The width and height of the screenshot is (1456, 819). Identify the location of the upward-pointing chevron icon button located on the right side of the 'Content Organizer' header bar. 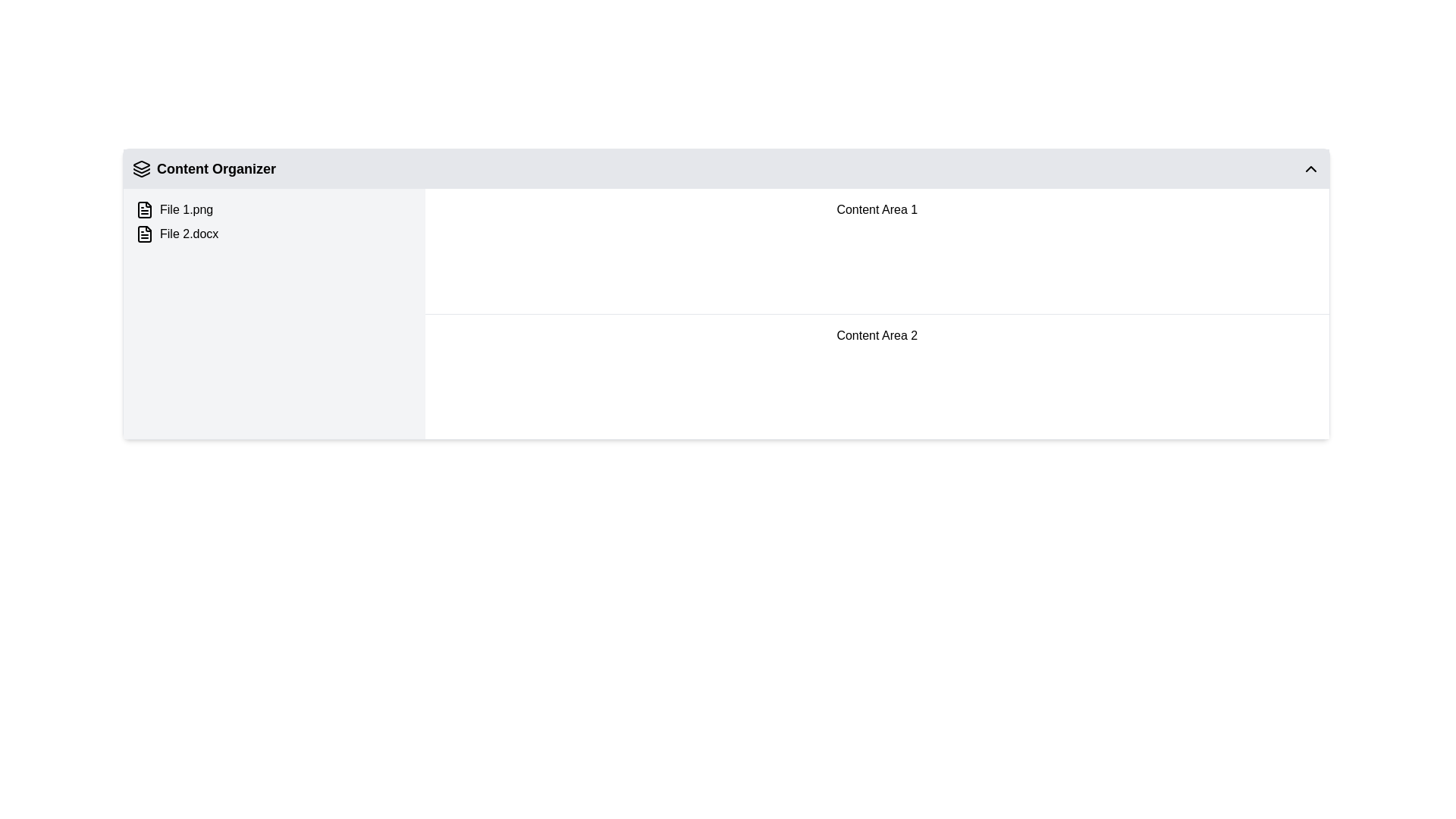
(1310, 169).